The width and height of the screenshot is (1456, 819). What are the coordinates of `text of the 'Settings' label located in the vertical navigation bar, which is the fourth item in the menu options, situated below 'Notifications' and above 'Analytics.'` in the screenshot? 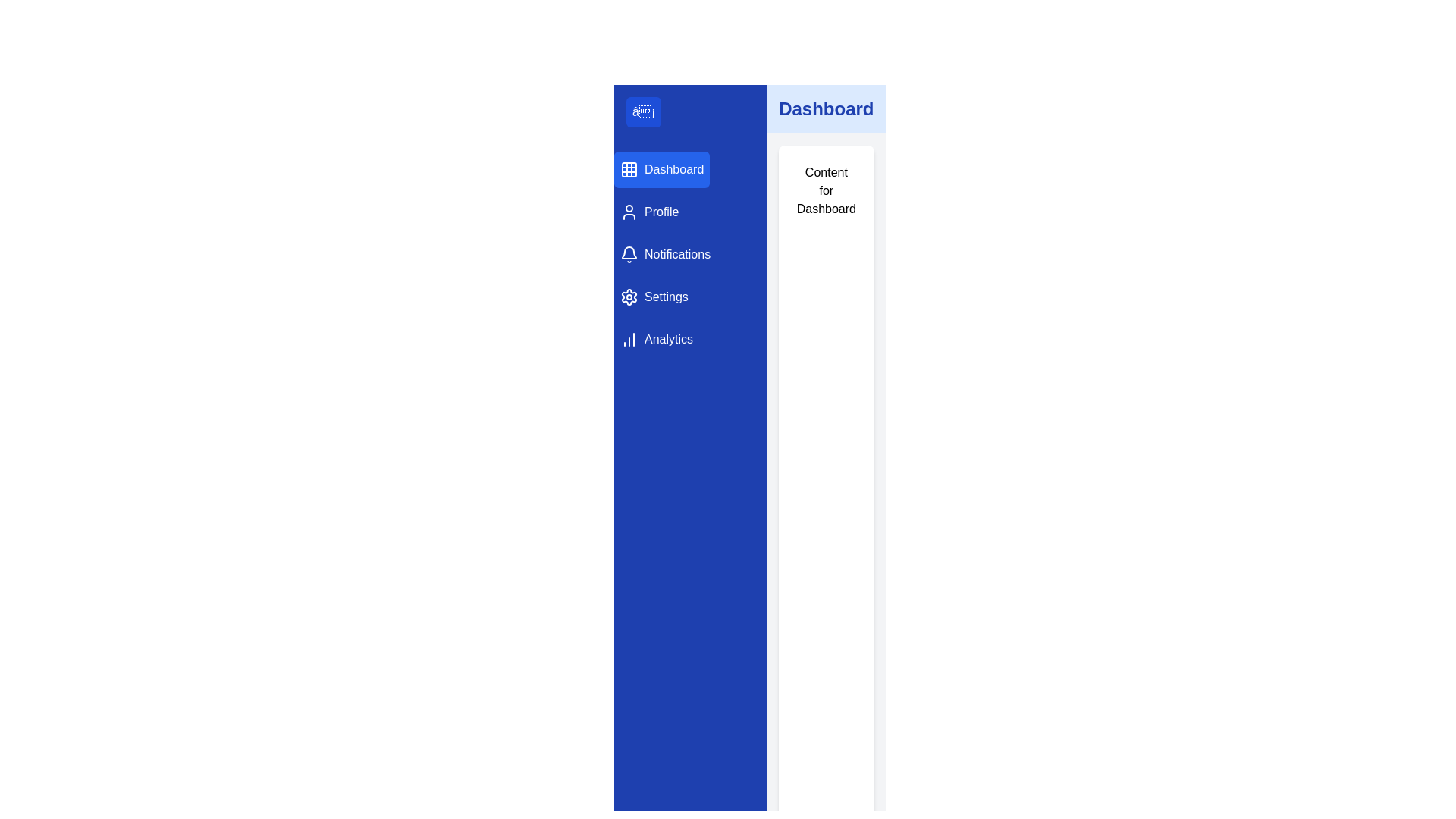 It's located at (666, 297).